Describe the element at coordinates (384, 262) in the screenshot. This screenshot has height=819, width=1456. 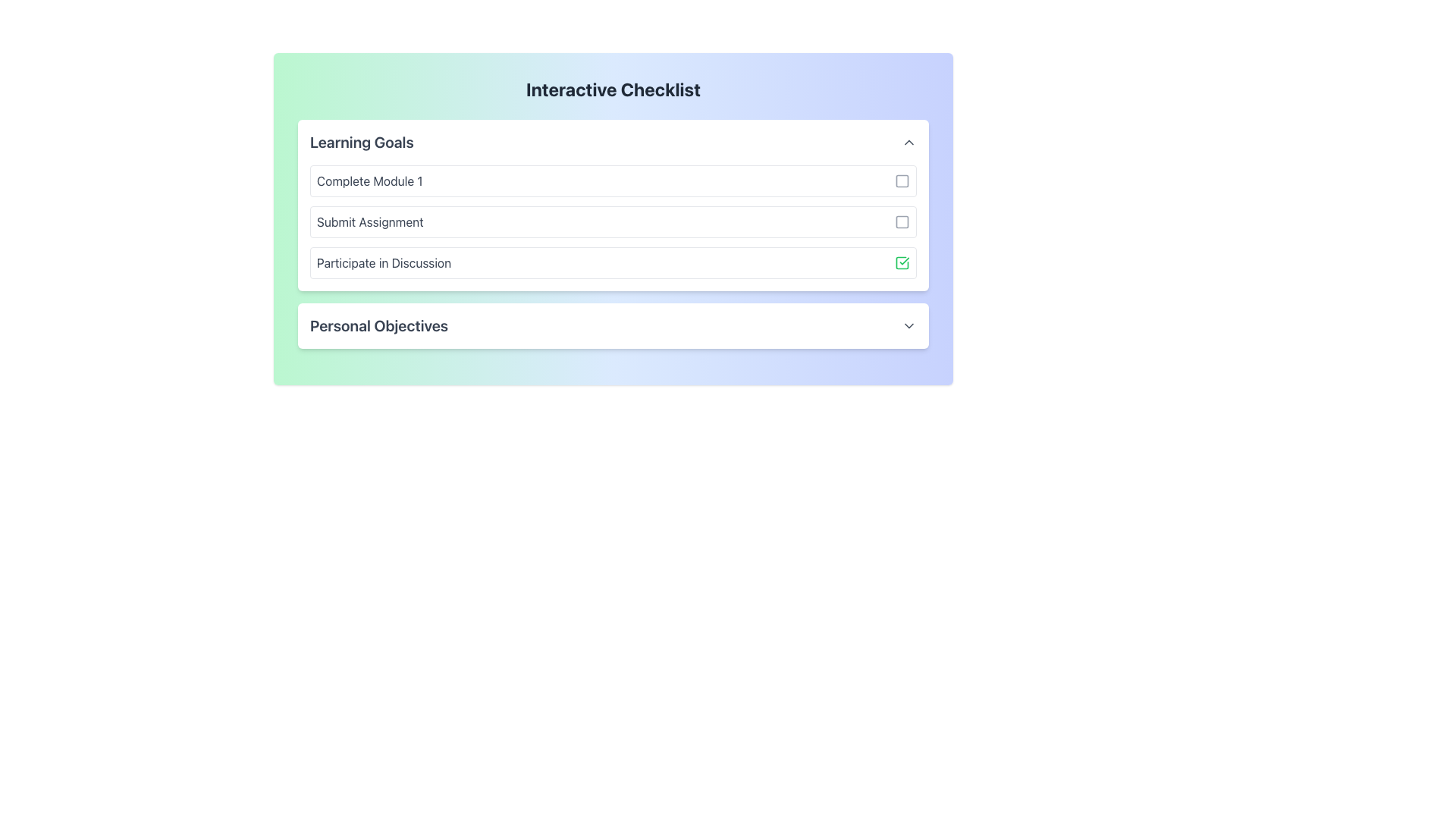
I see `the text label reading 'Participate in Discussion' located in the Interactive Checklist section under 'Learning Goals'. It is the third item listed and styled in grey` at that location.